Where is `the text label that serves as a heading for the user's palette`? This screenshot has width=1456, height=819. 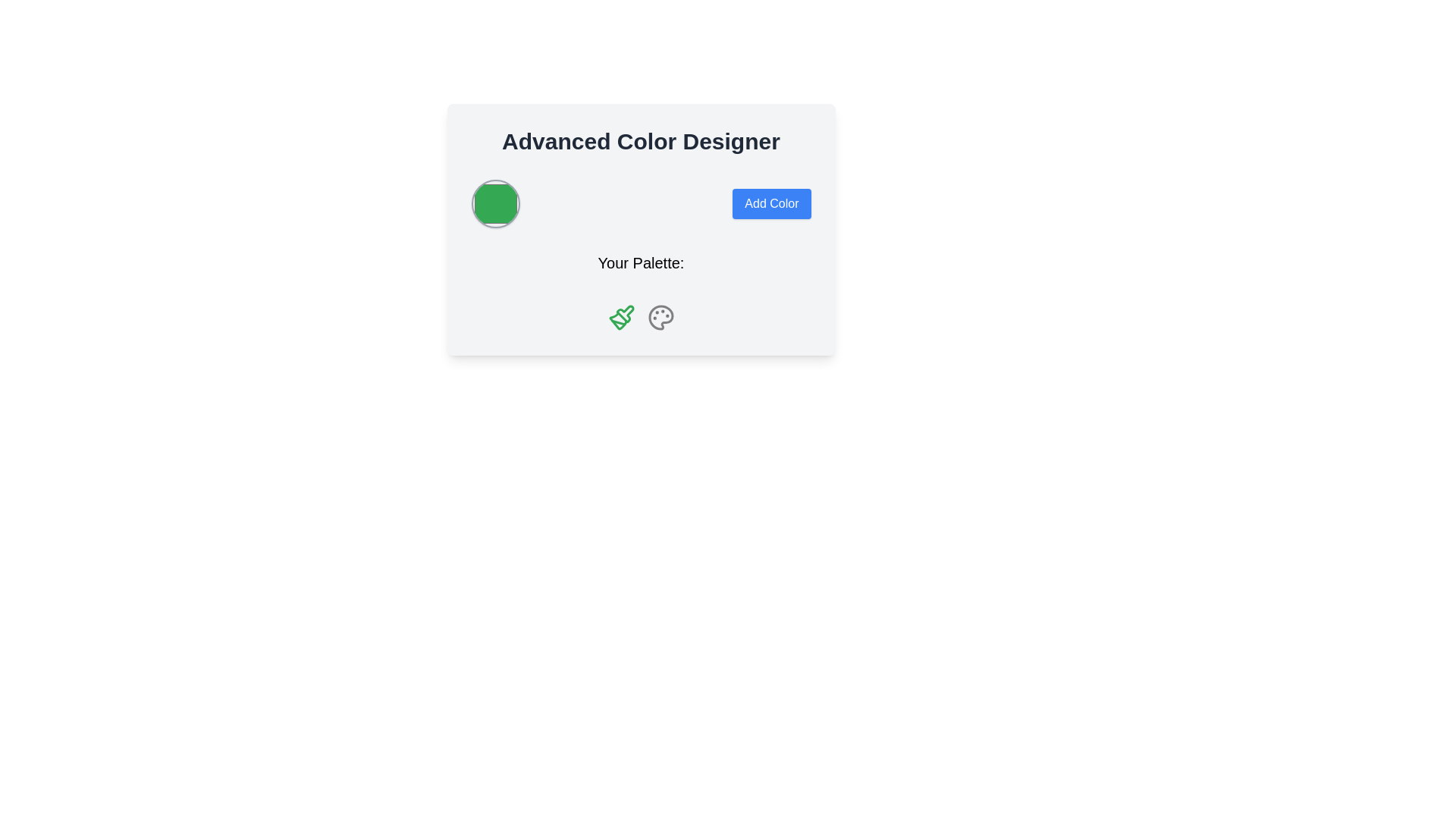
the text label that serves as a heading for the user's palette is located at coordinates (641, 262).